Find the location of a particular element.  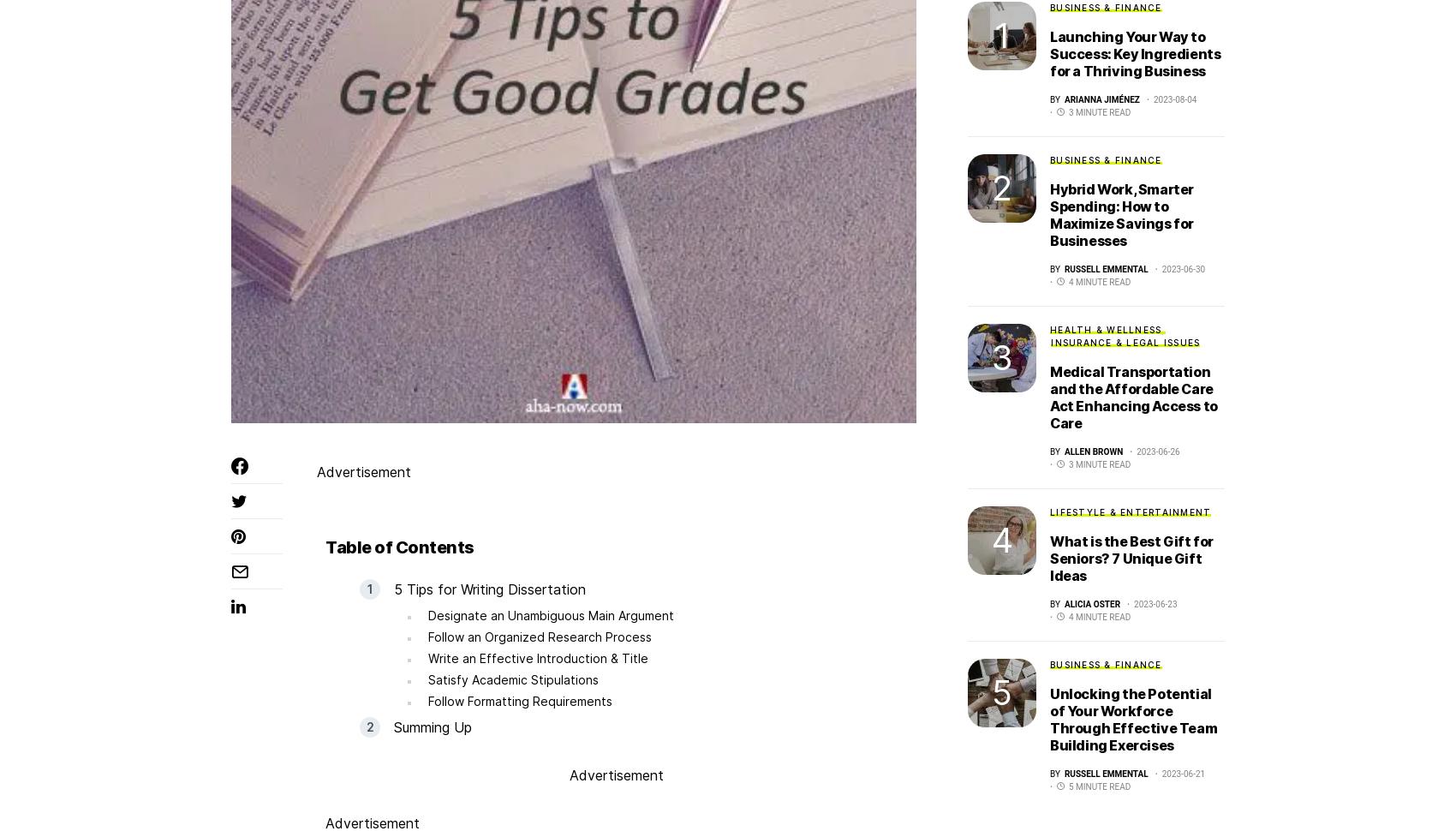

'Arianna Jiménez' is located at coordinates (1101, 99).